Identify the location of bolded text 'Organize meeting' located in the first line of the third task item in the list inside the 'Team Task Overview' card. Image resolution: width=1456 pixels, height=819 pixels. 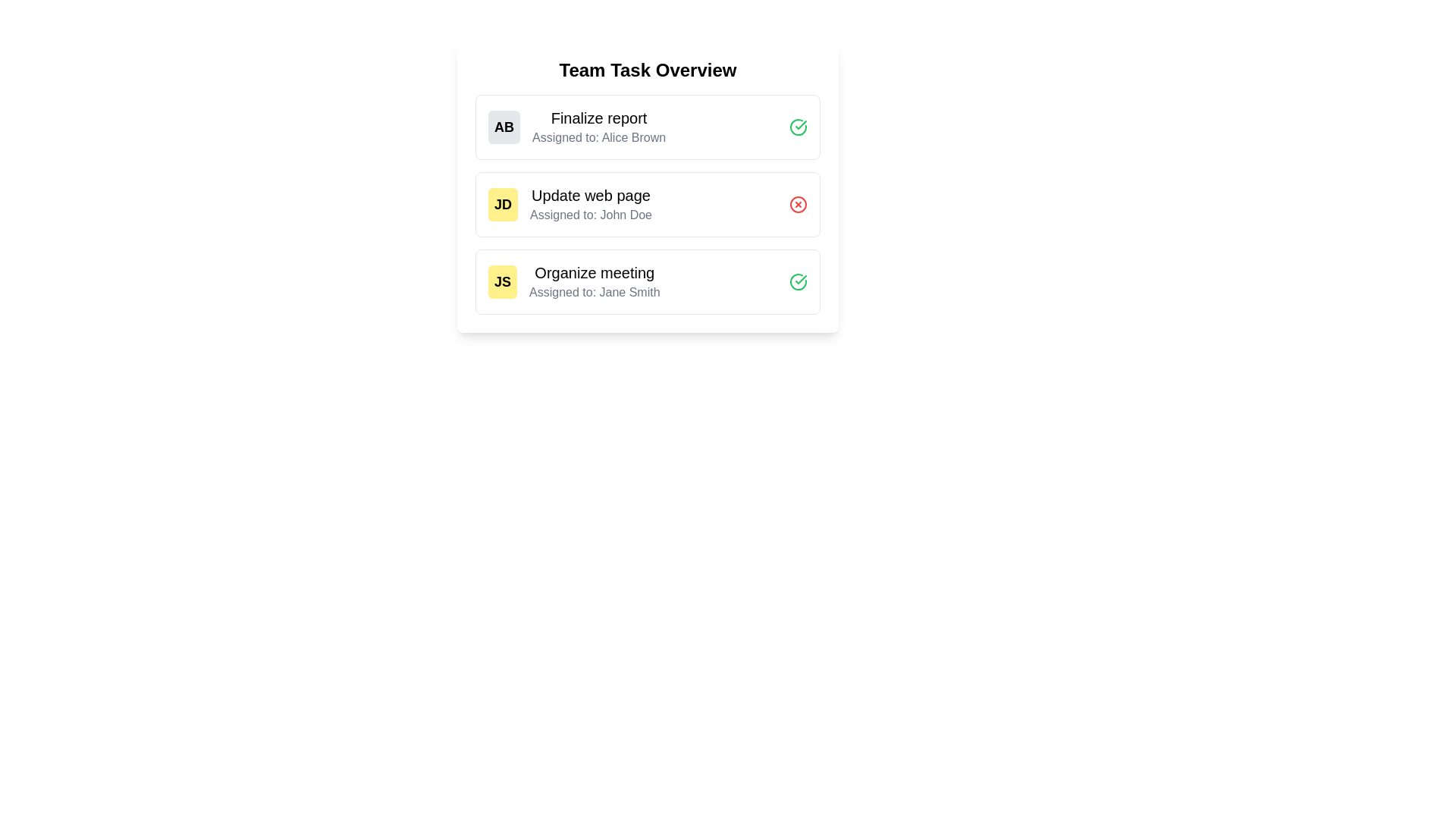
(594, 271).